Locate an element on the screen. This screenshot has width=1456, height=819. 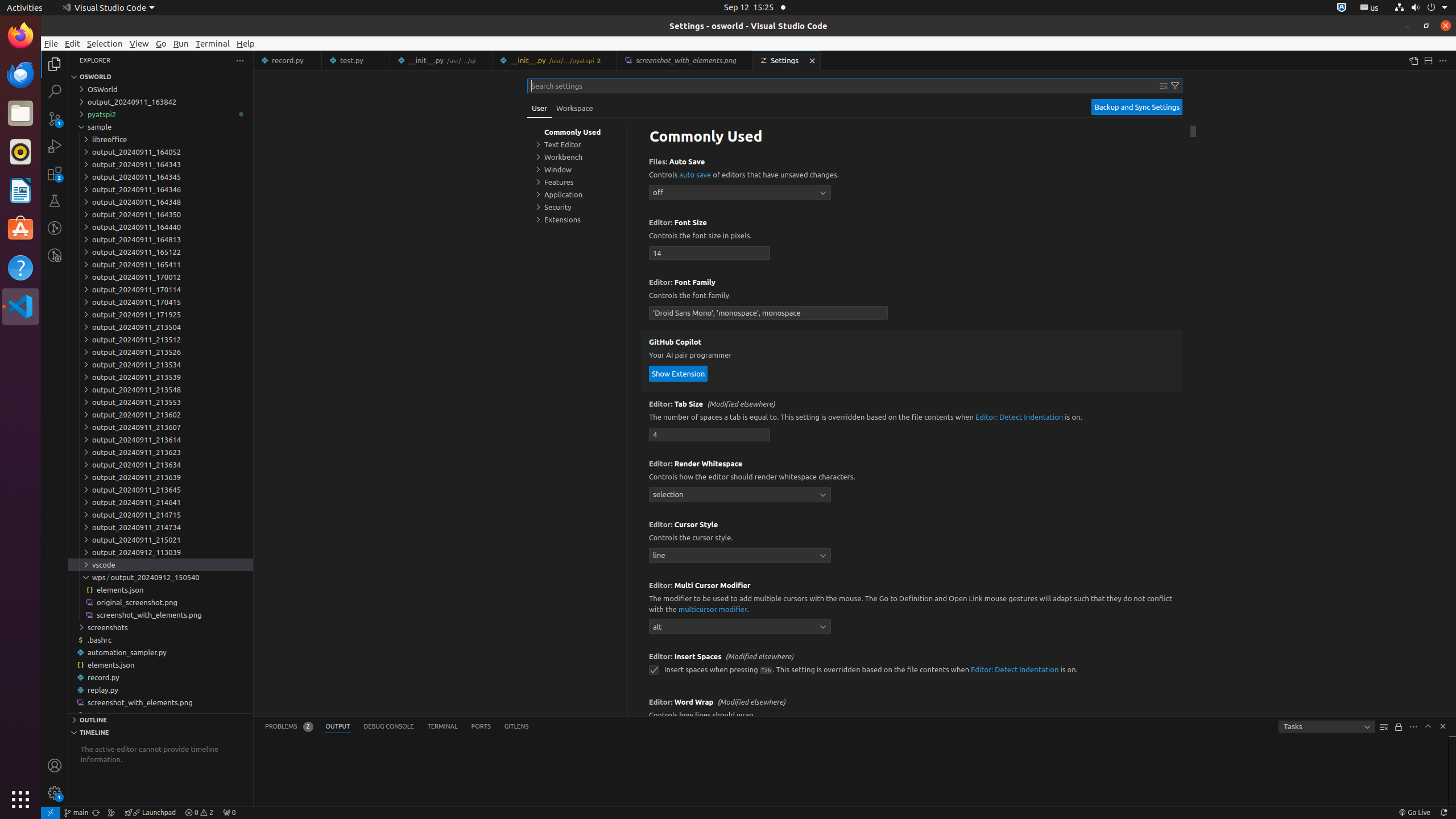
'replay.py' is located at coordinates (160, 690).